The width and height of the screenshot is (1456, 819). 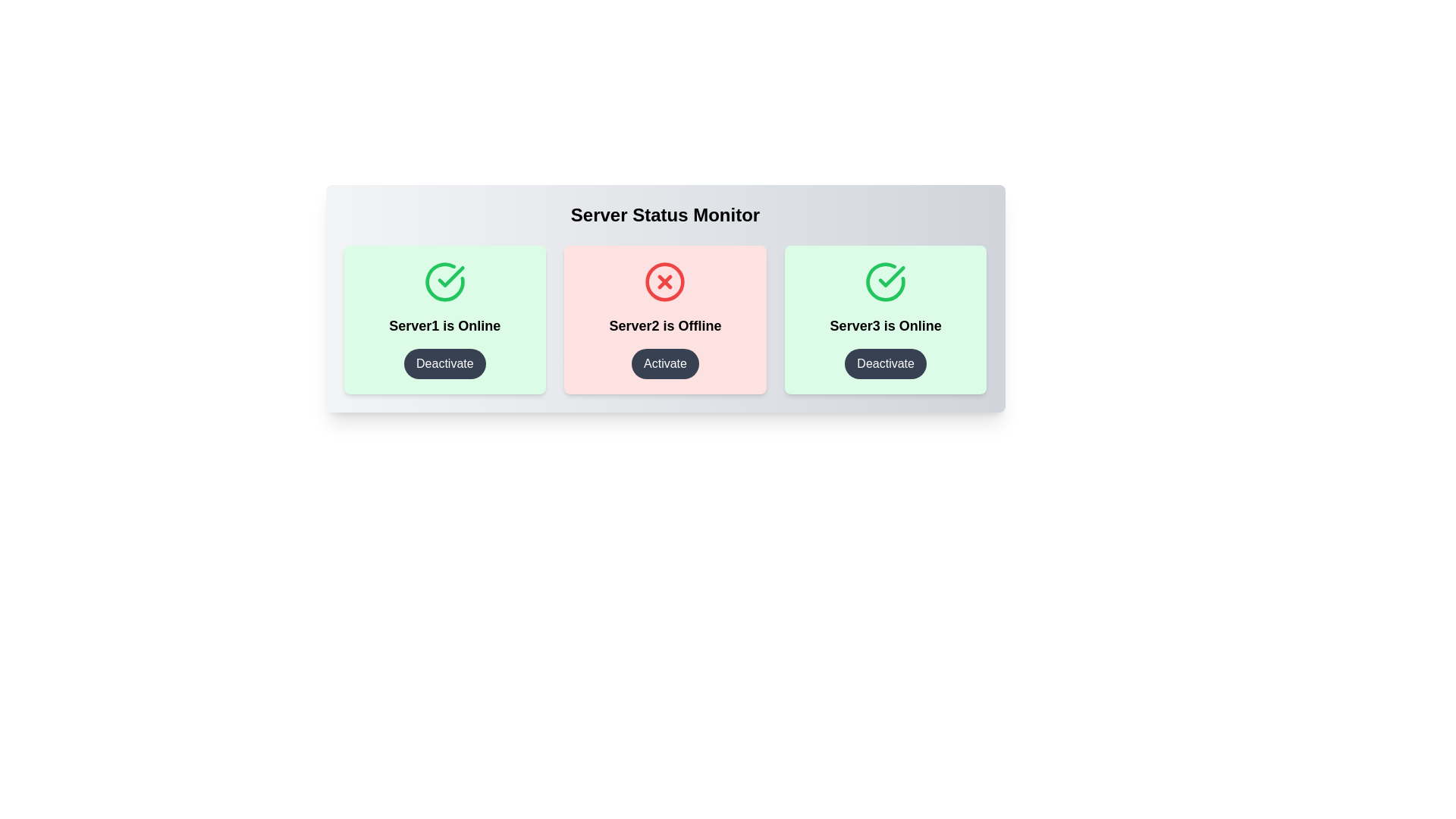 I want to click on the action button for Server1 to toggle its state, so click(x=444, y=363).